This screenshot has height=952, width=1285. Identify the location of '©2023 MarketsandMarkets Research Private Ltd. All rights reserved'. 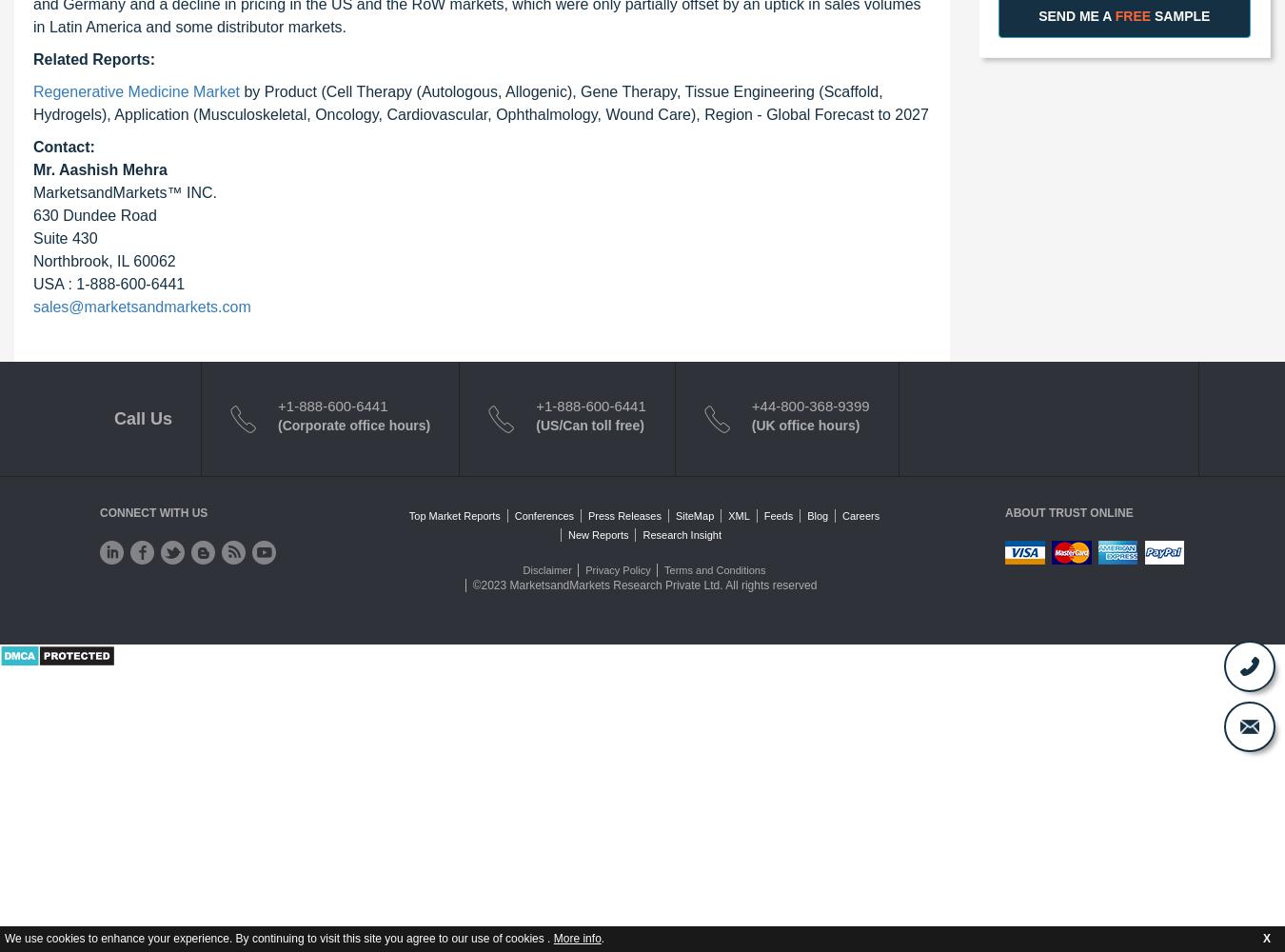
(643, 584).